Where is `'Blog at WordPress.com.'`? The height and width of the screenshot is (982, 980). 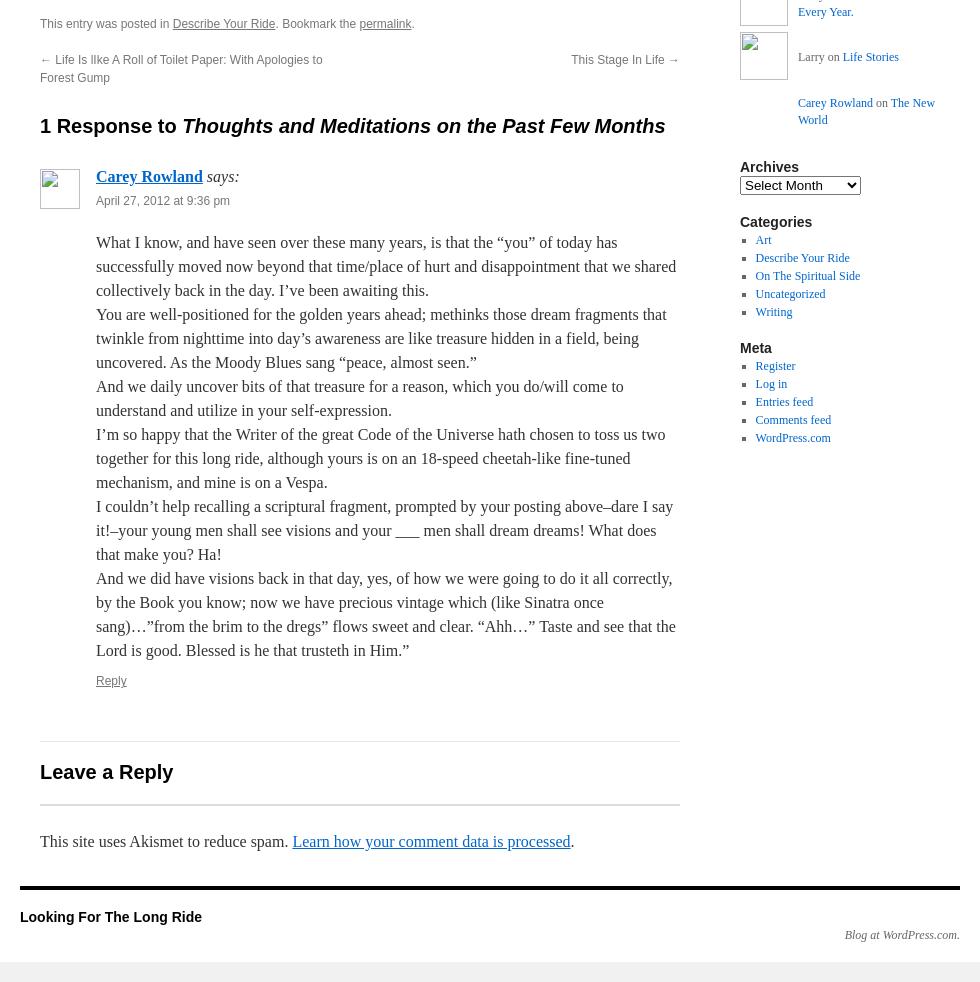 'Blog at WordPress.com.' is located at coordinates (901, 934).